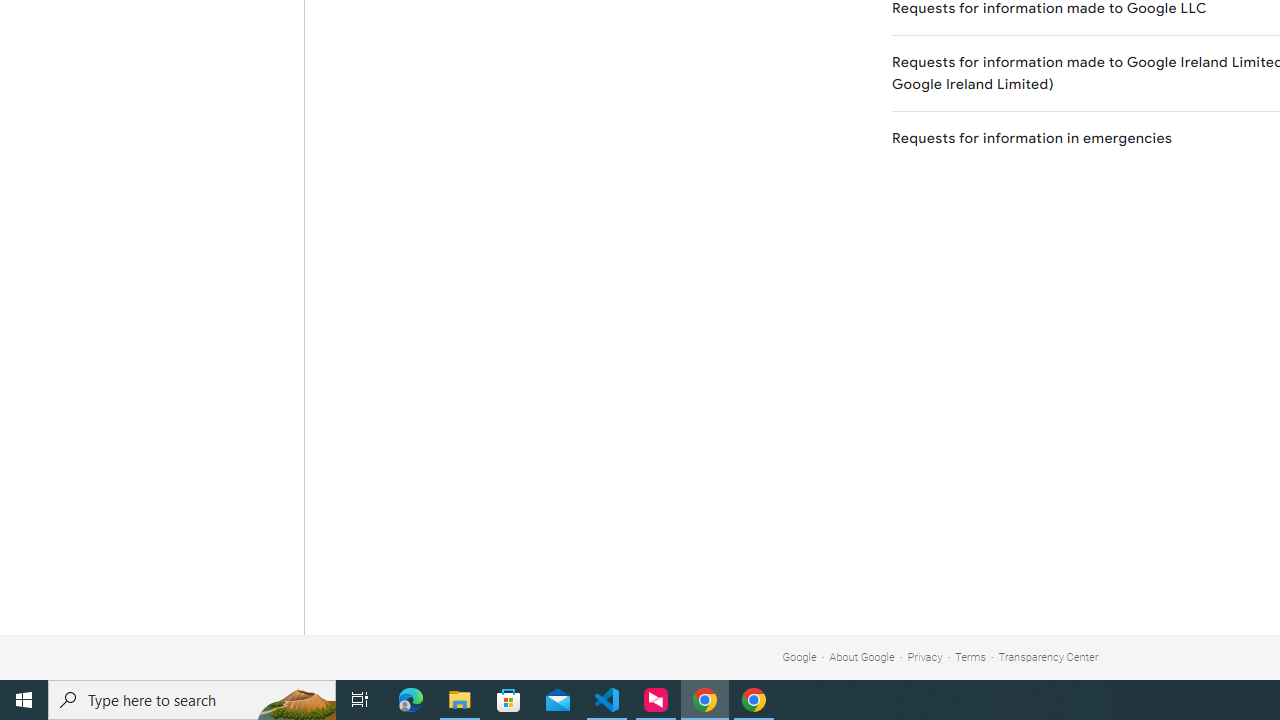  What do you see at coordinates (862, 657) in the screenshot?
I see `'About Google'` at bounding box center [862, 657].